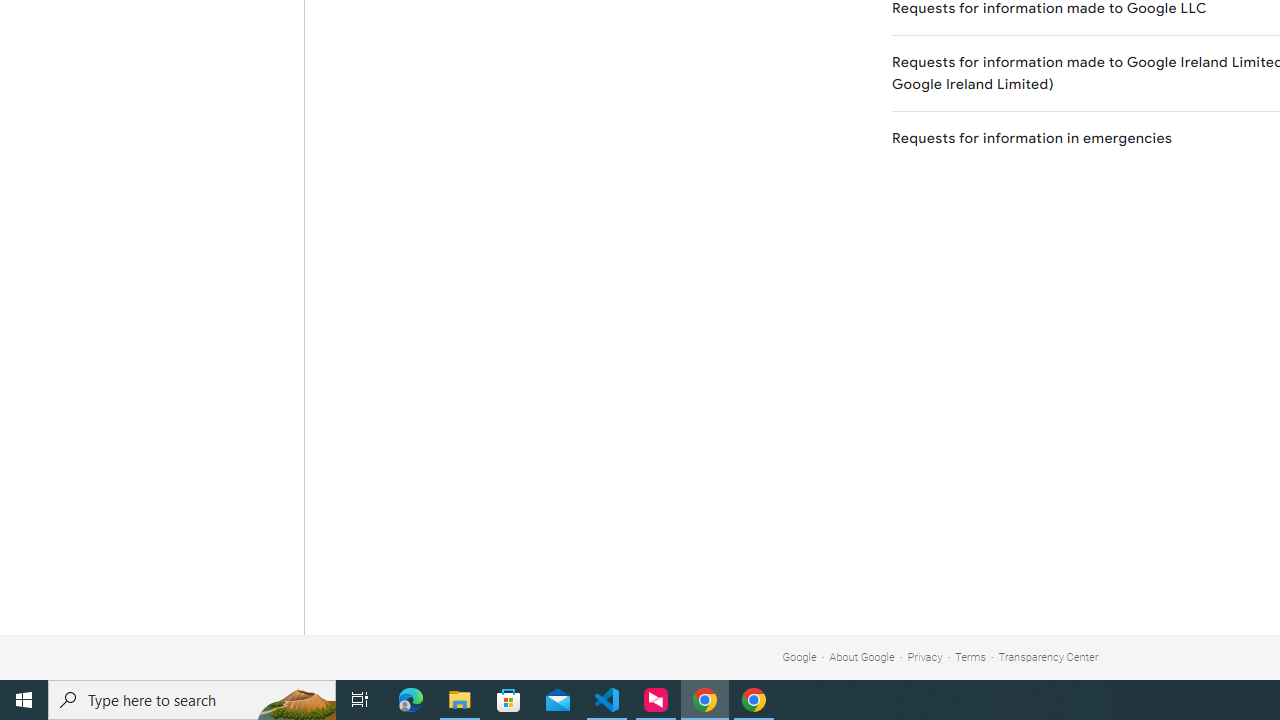  What do you see at coordinates (862, 657) in the screenshot?
I see `'About Google'` at bounding box center [862, 657].